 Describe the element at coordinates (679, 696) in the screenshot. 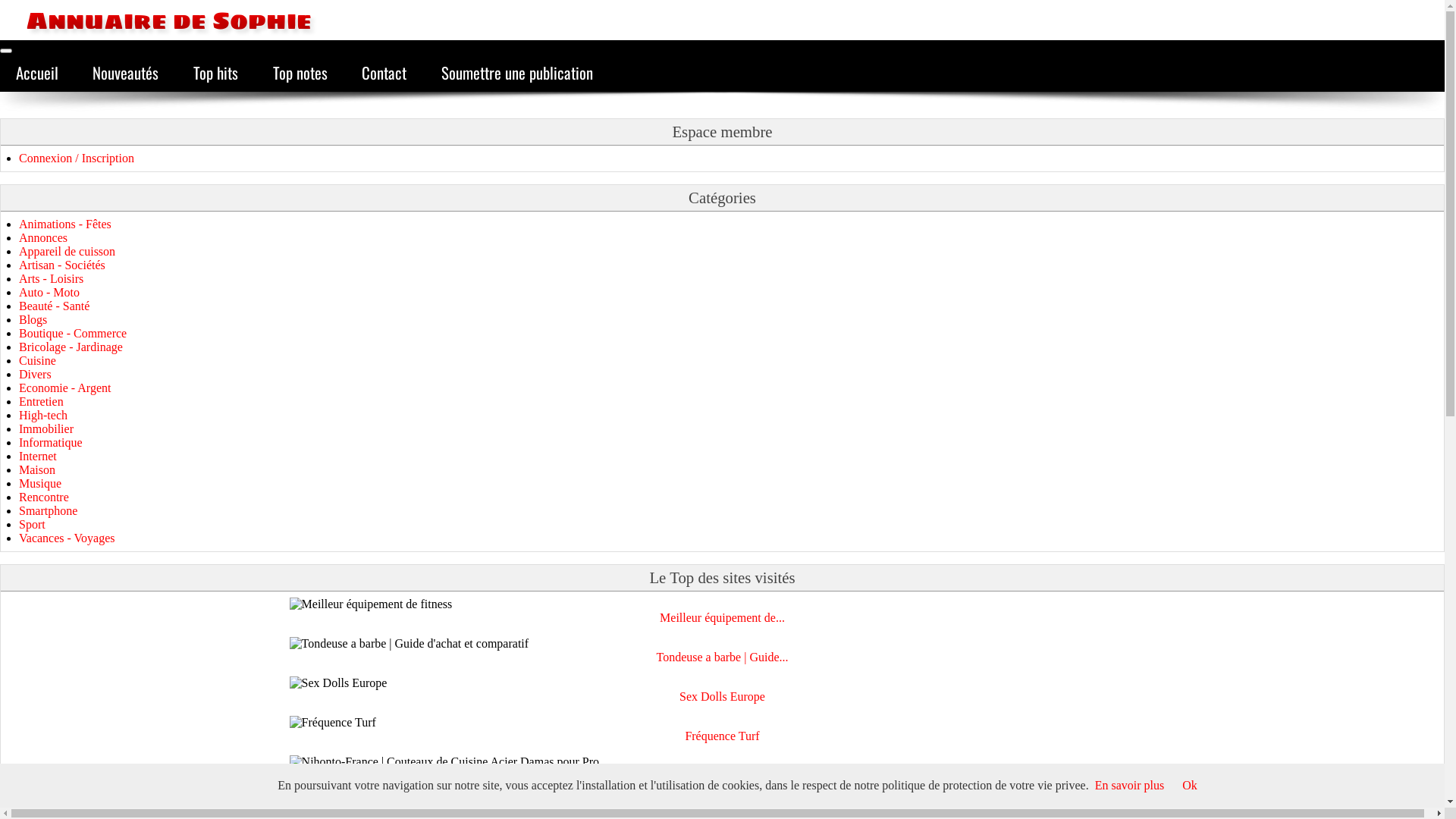

I see `'Sex Dolls Europe'` at that location.